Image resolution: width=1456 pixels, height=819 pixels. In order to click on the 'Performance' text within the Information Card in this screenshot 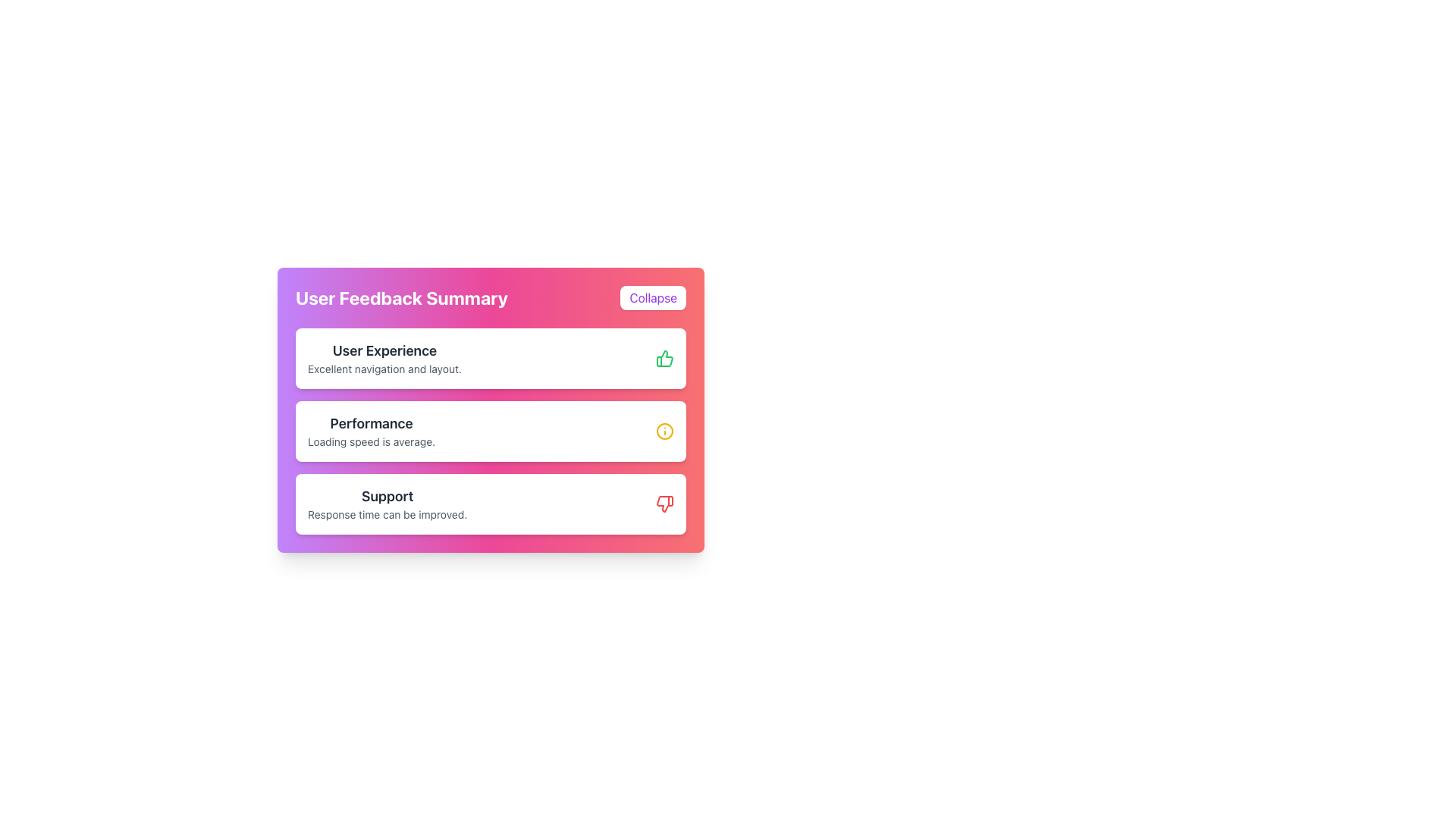, I will do `click(372, 431)`.